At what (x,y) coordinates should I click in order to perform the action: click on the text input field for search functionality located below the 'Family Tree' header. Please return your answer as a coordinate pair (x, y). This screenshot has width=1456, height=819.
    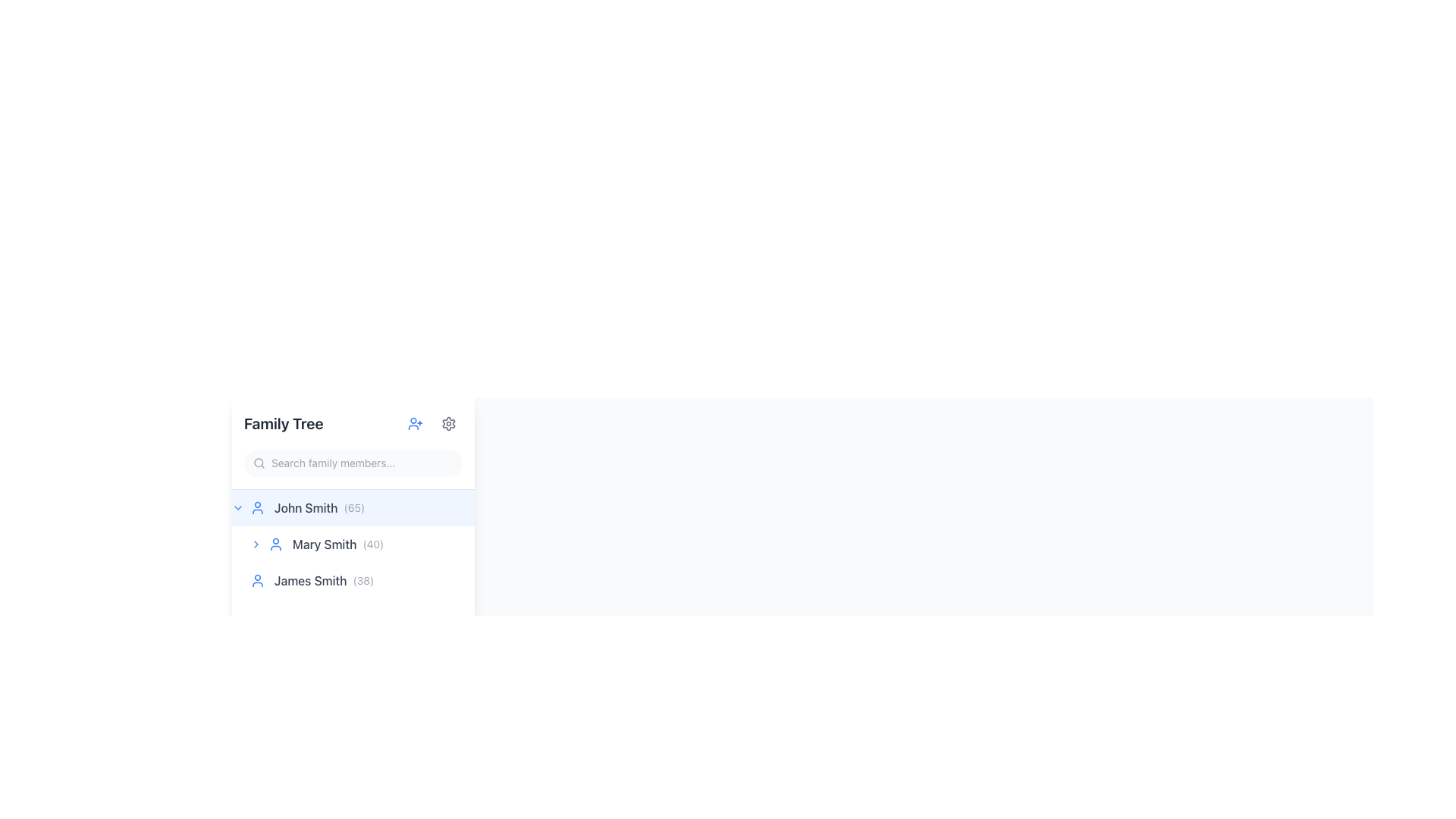
    Looking at the image, I should click on (352, 462).